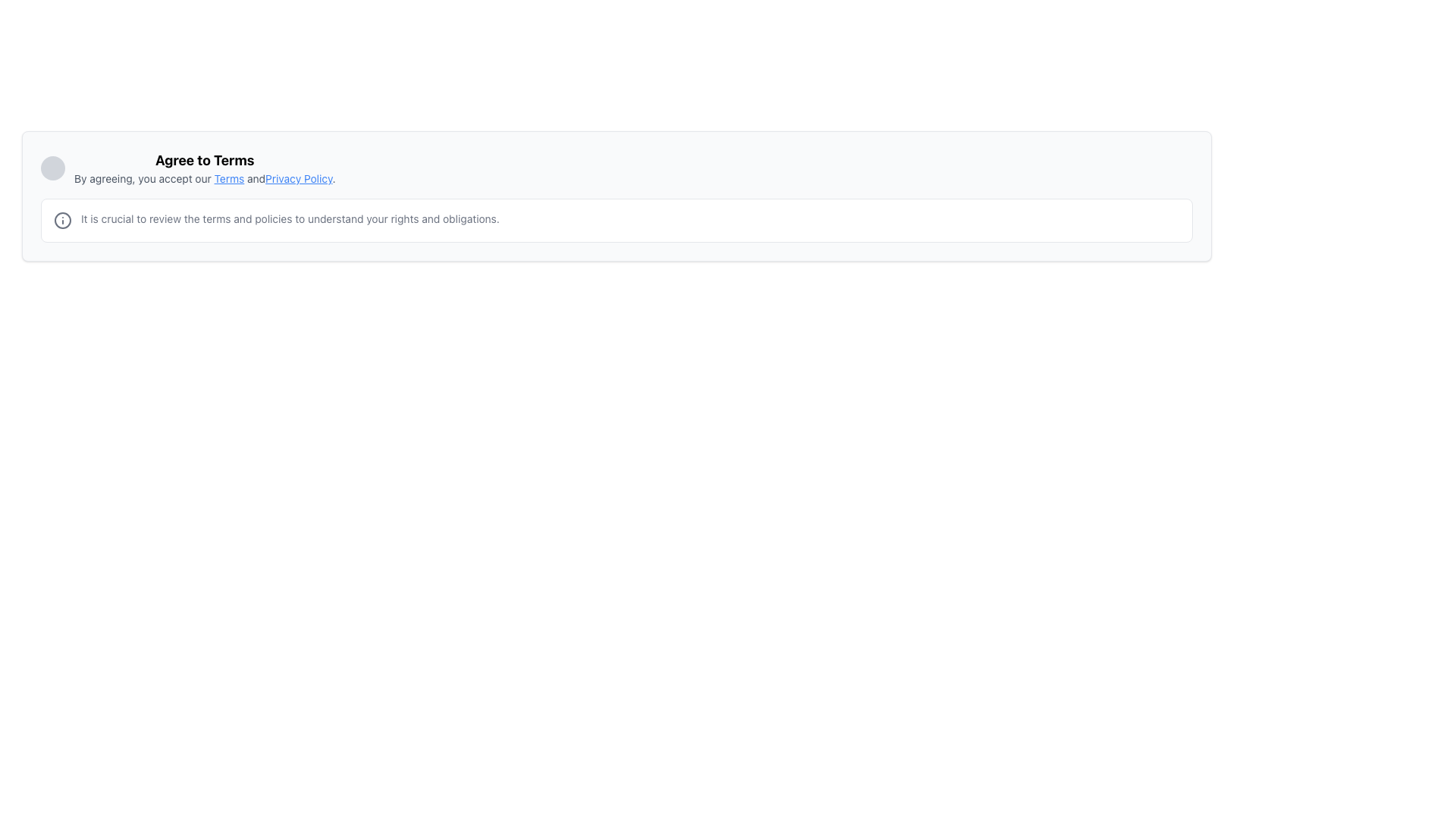 The height and width of the screenshot is (819, 1456). What do you see at coordinates (617, 168) in the screenshot?
I see `the embedded links within the User Agreement Section, which is the topmost item in a bordered box` at bounding box center [617, 168].